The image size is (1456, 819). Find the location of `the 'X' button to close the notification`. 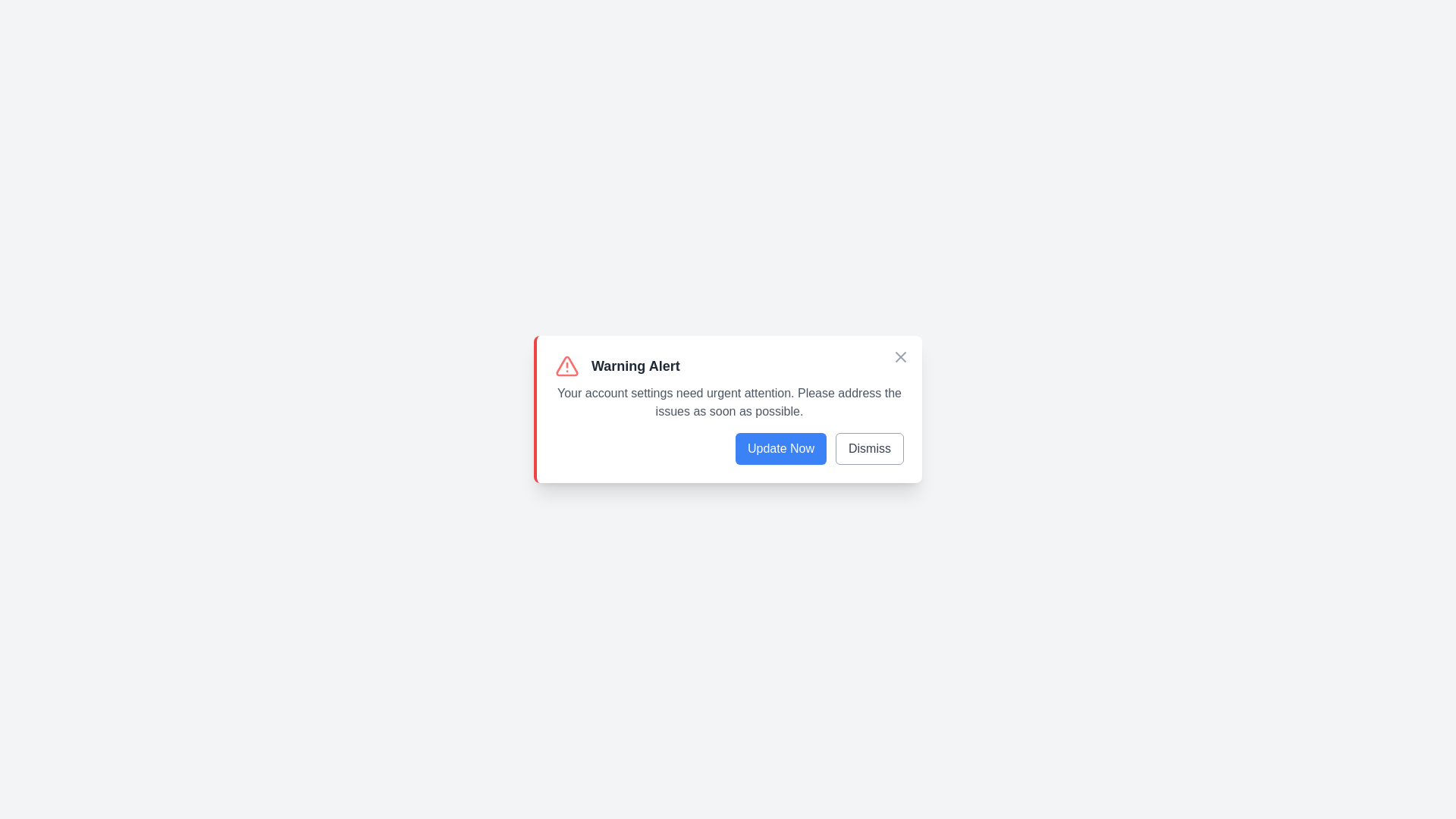

the 'X' button to close the notification is located at coordinates (901, 356).